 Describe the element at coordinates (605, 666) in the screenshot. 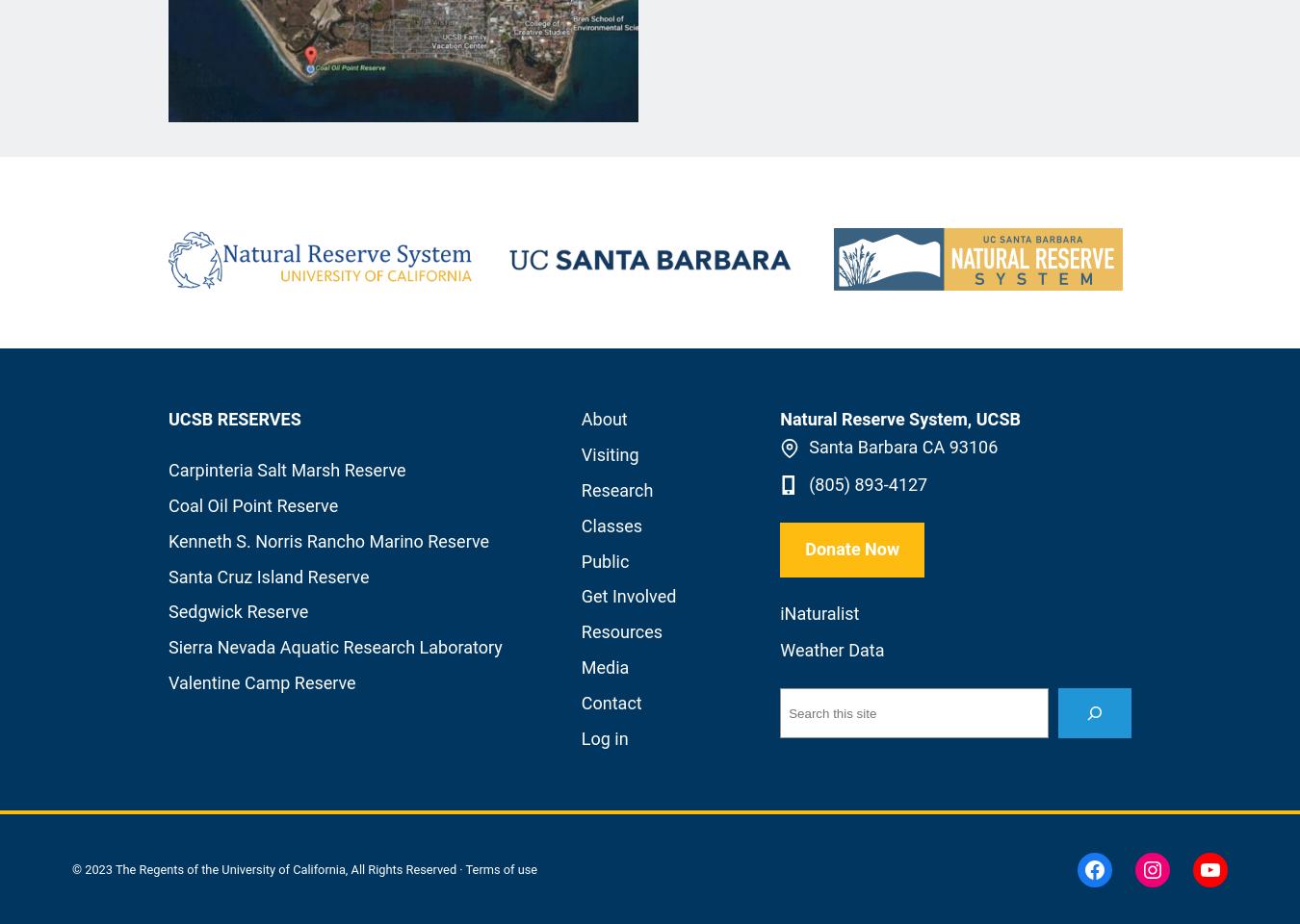

I see `'Media'` at that location.